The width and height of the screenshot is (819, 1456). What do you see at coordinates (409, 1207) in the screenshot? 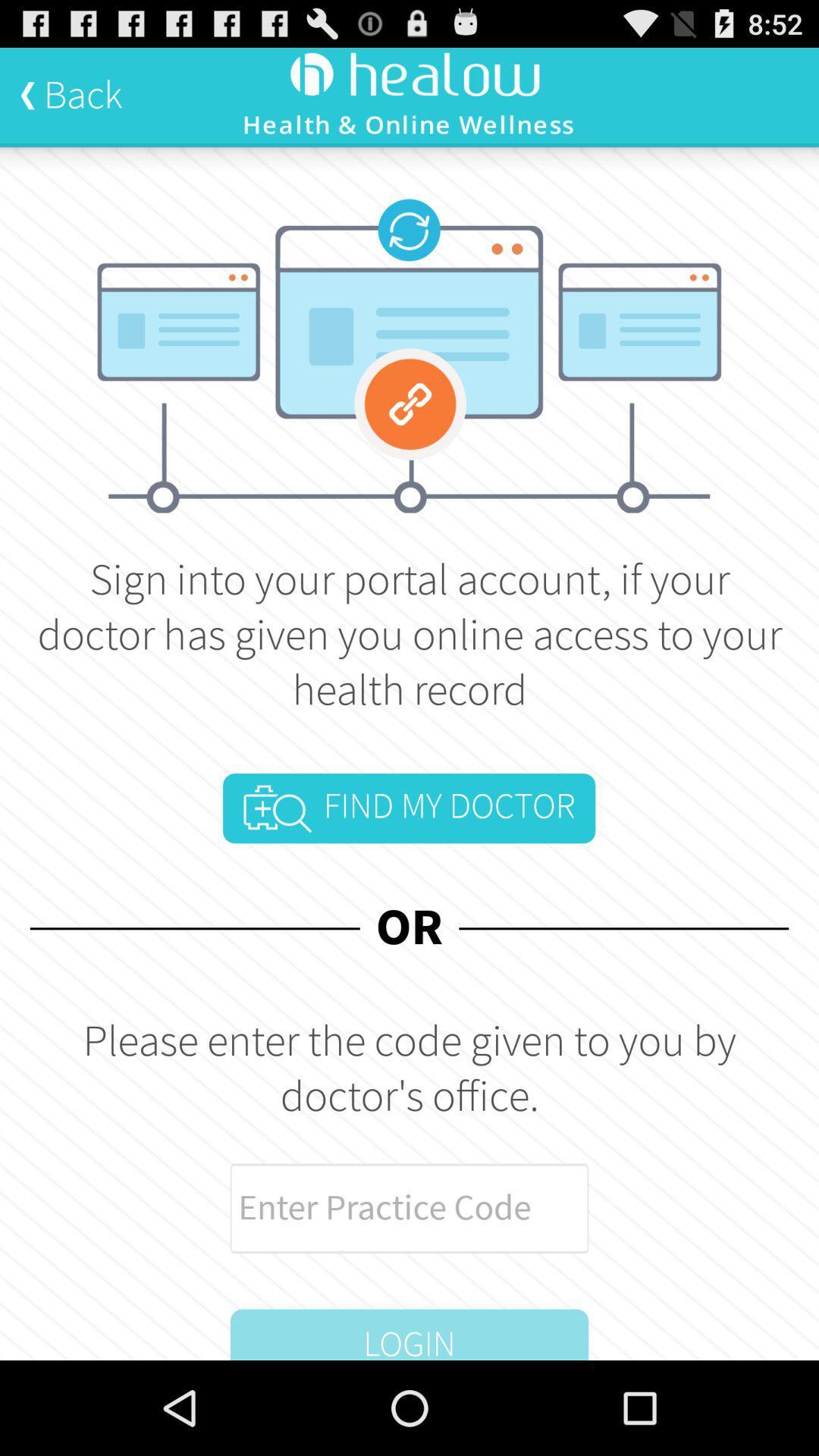
I see `practice code` at bounding box center [409, 1207].